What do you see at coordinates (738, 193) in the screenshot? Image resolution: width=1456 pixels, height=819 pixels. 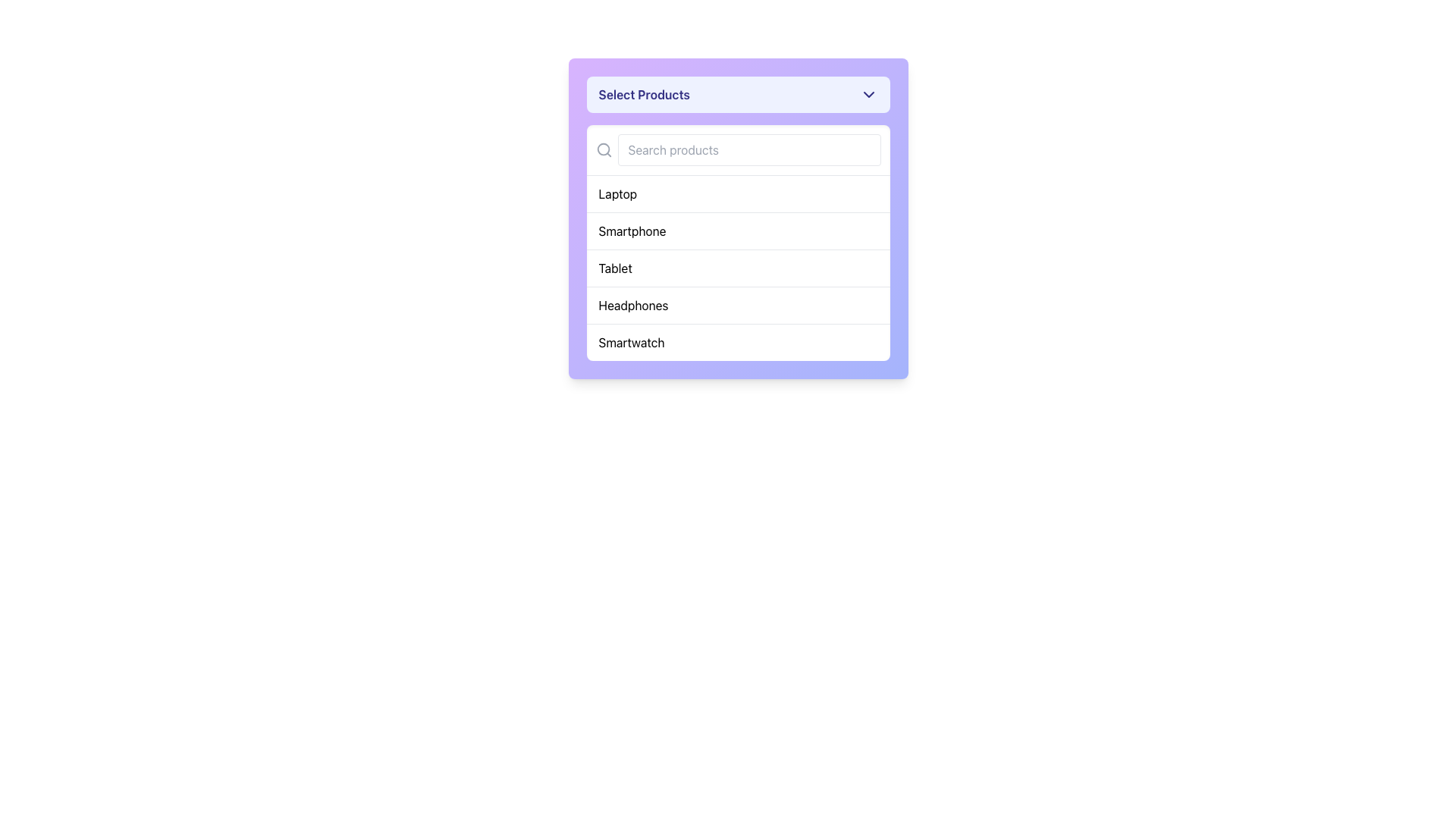 I see `the topmost item labeled 'Laptop' in the dropdown menu` at bounding box center [738, 193].